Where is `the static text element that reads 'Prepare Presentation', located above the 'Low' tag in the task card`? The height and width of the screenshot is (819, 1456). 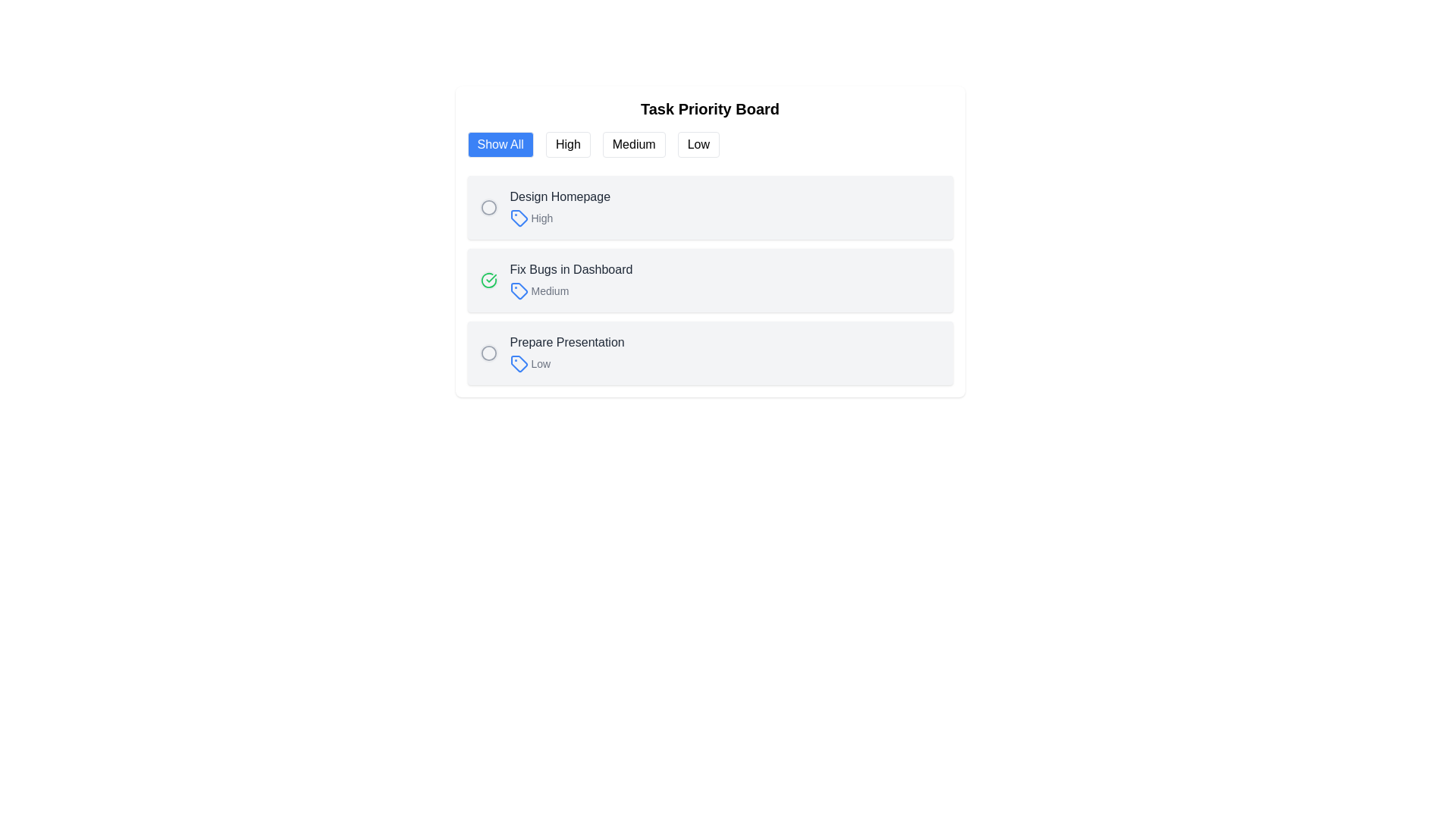 the static text element that reads 'Prepare Presentation', located above the 'Low' tag in the task card is located at coordinates (566, 342).